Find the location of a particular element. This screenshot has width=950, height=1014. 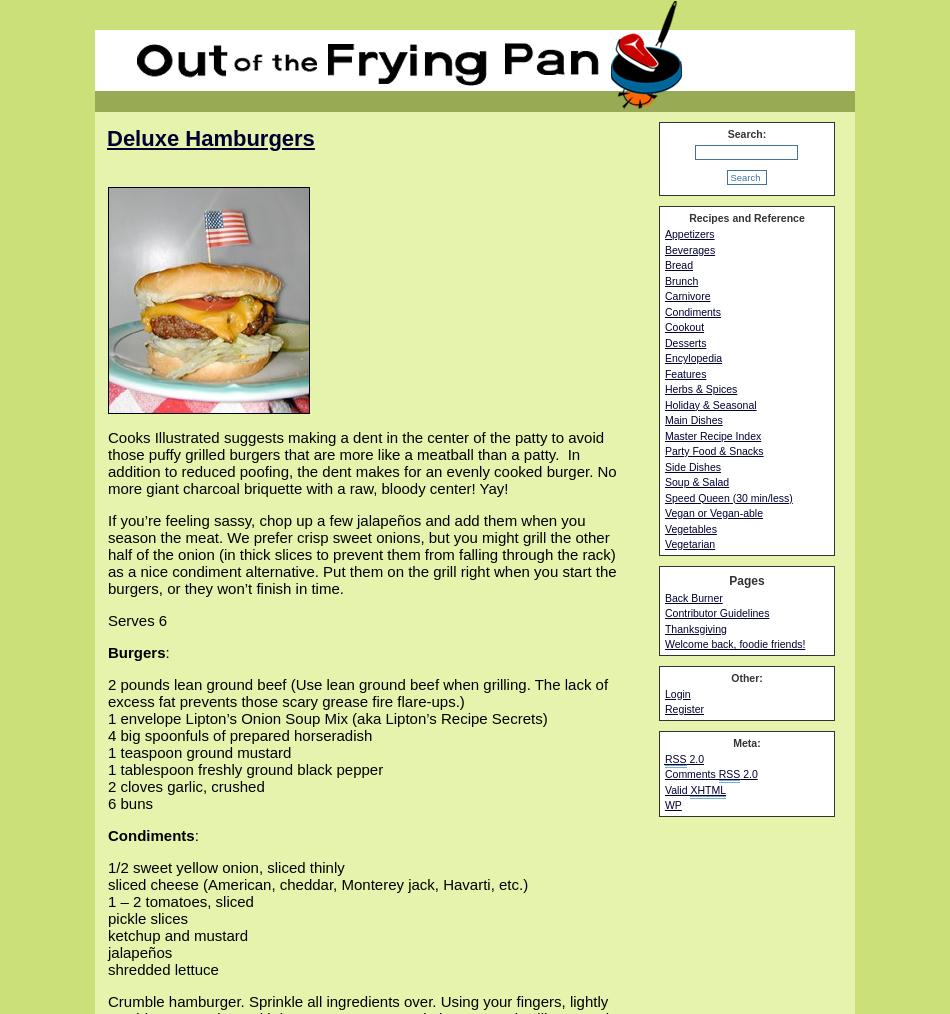

'2 cloves garlic, crushed' is located at coordinates (186, 786).